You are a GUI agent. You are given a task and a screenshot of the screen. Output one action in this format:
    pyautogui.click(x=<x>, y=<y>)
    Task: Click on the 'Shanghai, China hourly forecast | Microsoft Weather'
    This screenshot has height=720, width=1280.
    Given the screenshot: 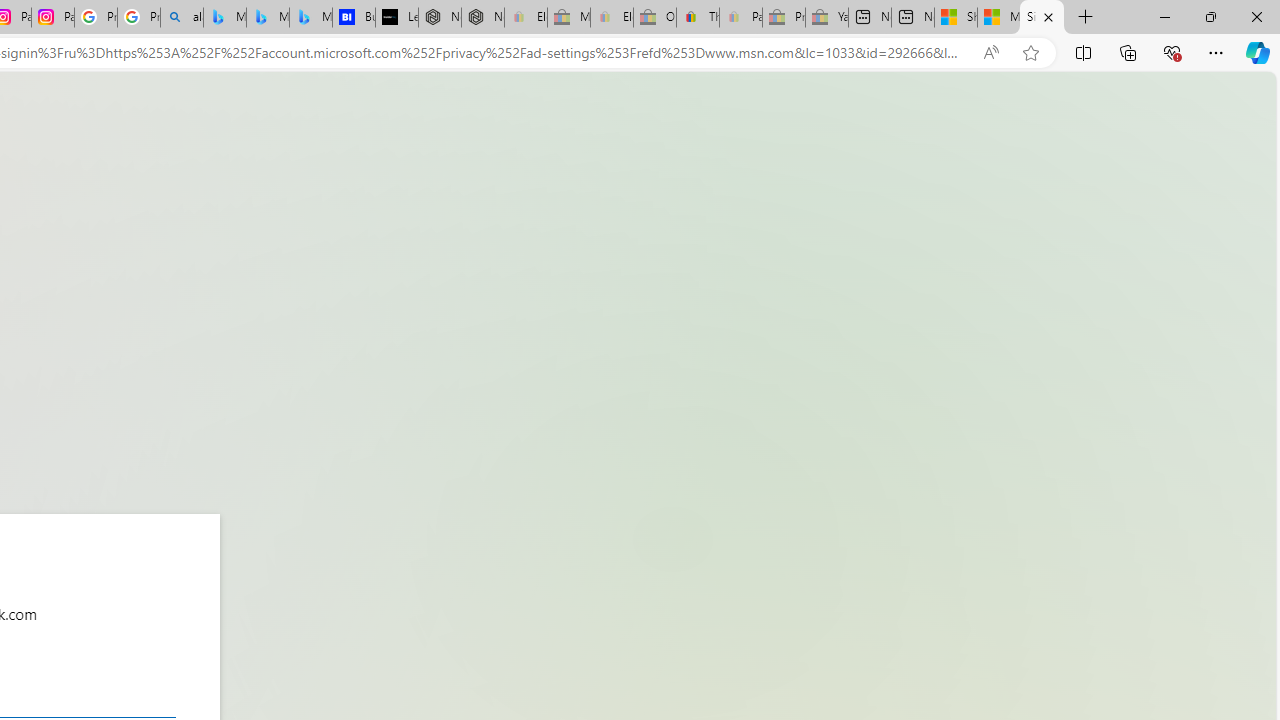 What is the action you would take?
    pyautogui.click(x=954, y=17)
    